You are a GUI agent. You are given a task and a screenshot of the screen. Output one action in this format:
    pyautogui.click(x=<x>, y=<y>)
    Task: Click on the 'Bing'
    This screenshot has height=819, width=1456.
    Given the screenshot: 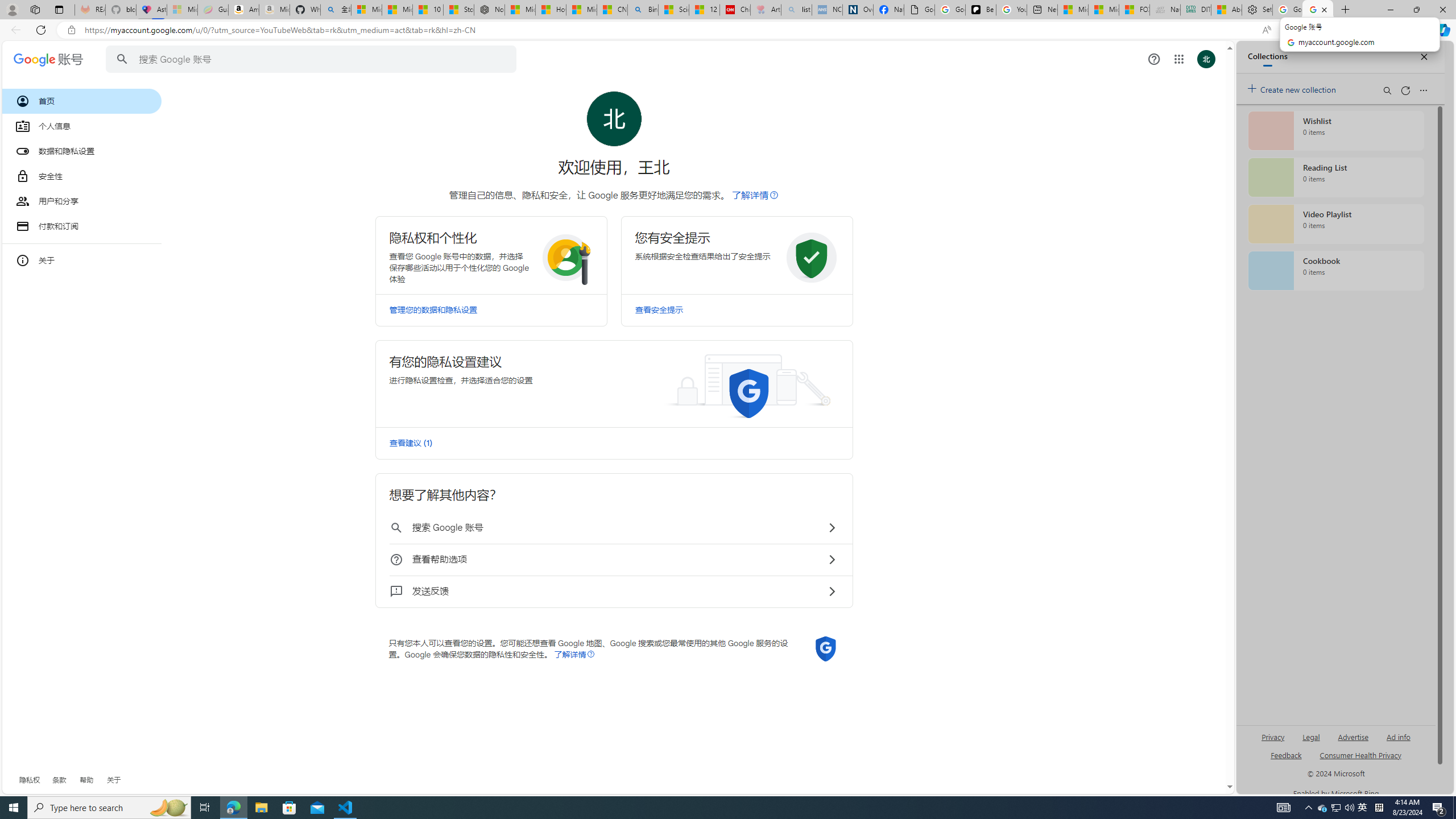 What is the action you would take?
    pyautogui.click(x=642, y=9)
    